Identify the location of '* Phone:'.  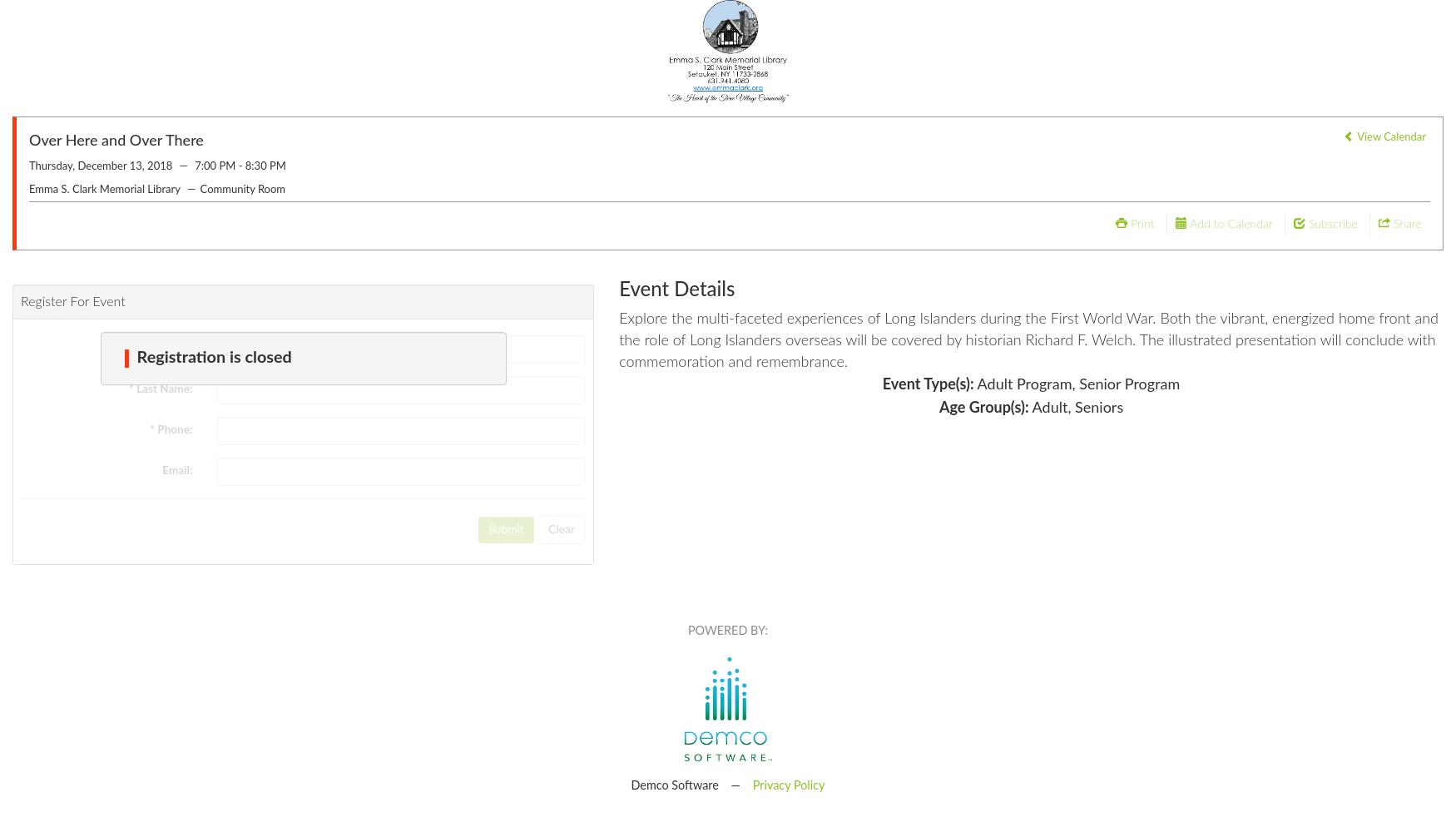
(171, 430).